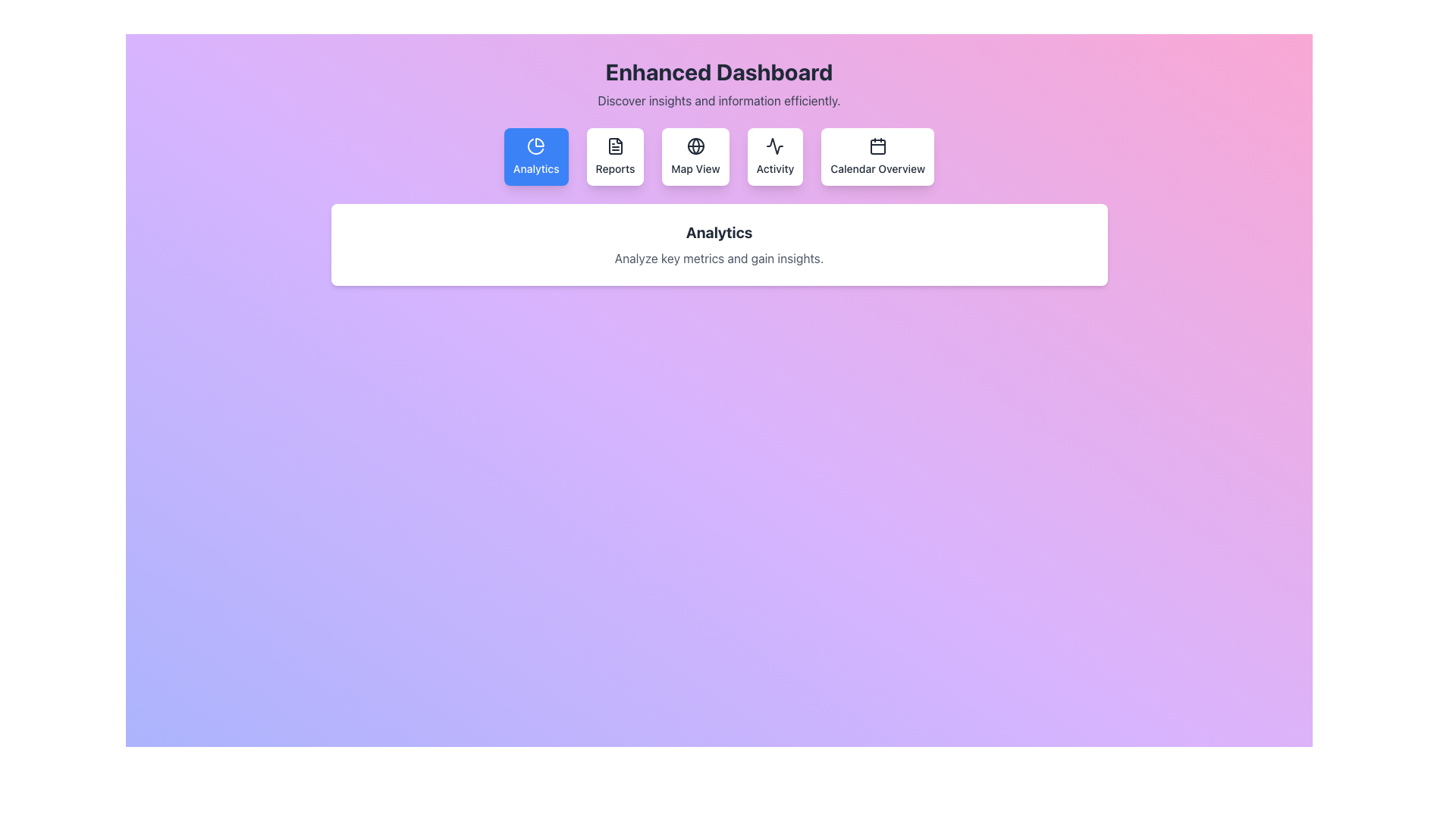 The height and width of the screenshot is (819, 1456). What do you see at coordinates (536, 146) in the screenshot?
I see `the pie chart icon located inside the first blue button labeled 'Analytics' under 'Enhanced Dashboard' passively` at bounding box center [536, 146].